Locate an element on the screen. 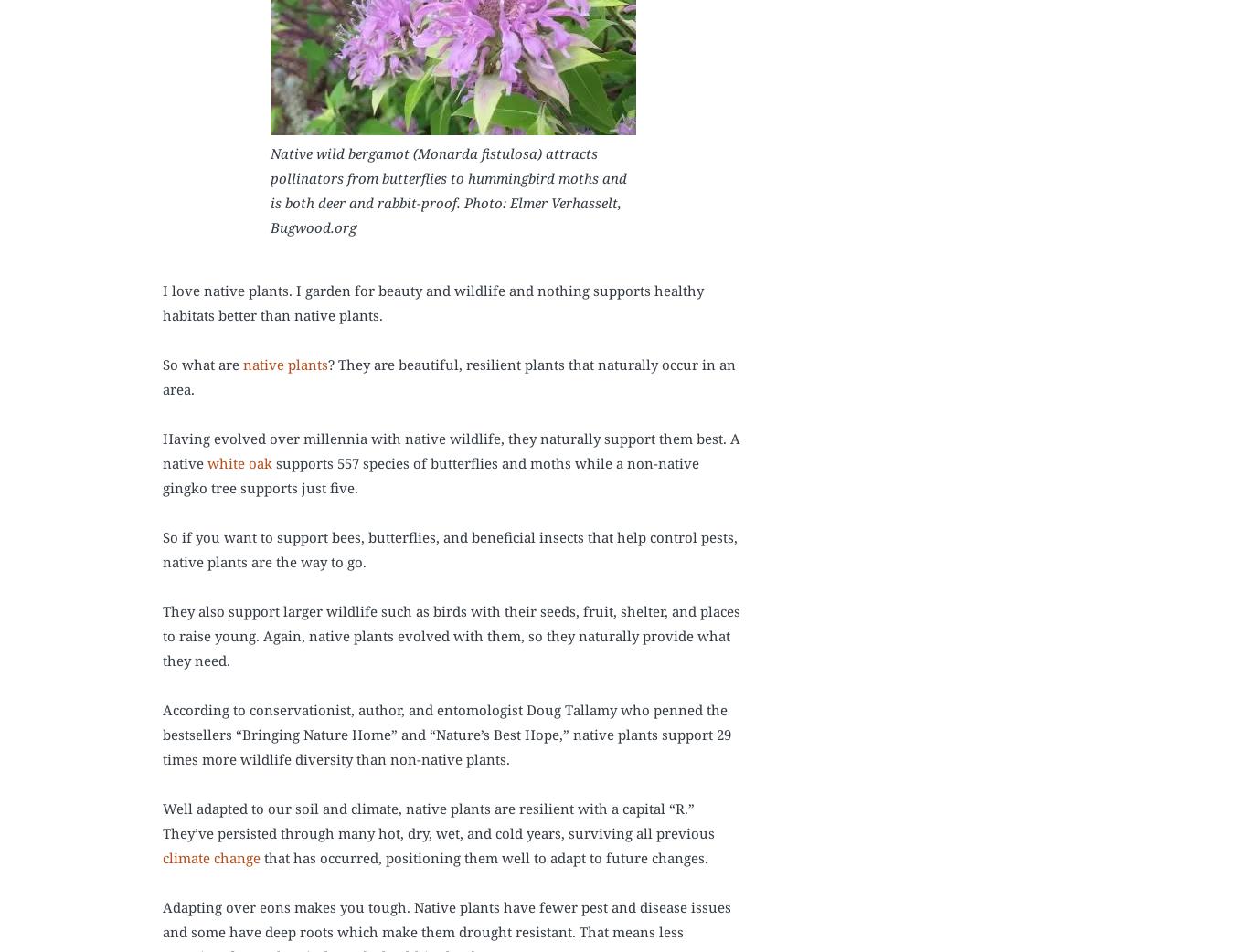  'So what are' is located at coordinates (202, 363).